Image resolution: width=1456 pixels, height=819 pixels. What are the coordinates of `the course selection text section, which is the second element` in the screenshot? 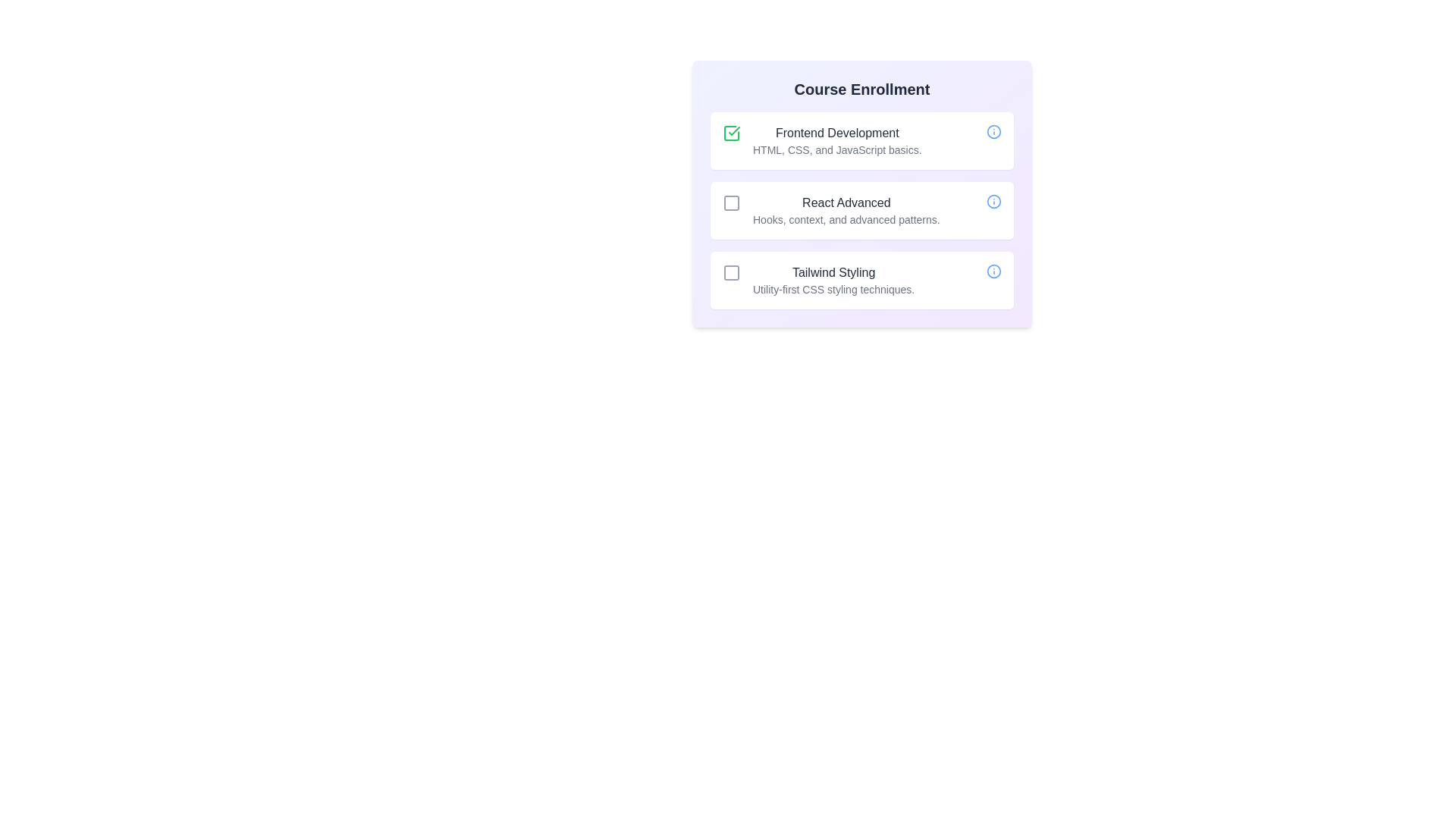 It's located at (862, 193).